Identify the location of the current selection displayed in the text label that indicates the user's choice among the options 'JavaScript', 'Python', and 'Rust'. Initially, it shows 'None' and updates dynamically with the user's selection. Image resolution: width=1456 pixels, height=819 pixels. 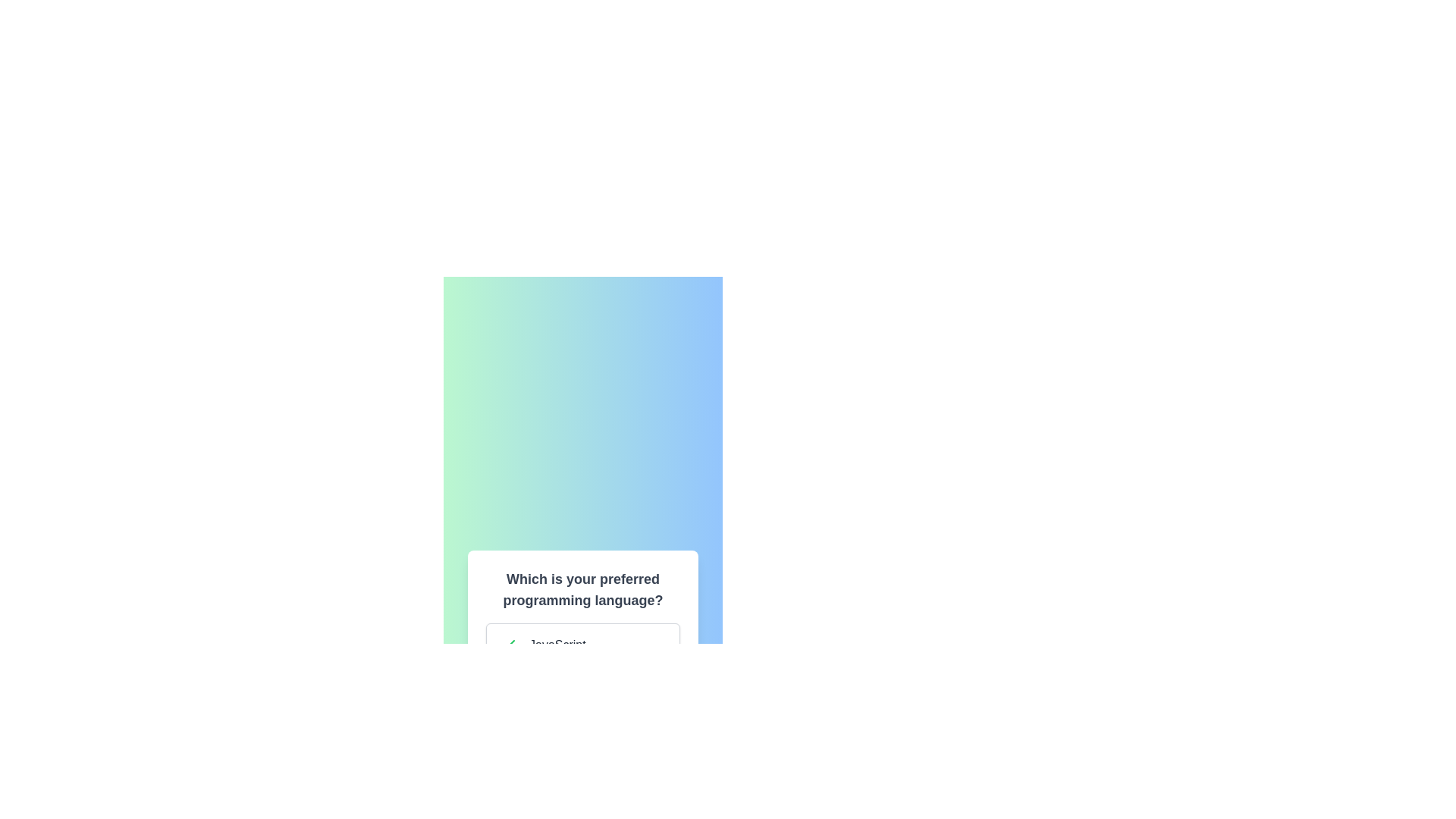
(582, 794).